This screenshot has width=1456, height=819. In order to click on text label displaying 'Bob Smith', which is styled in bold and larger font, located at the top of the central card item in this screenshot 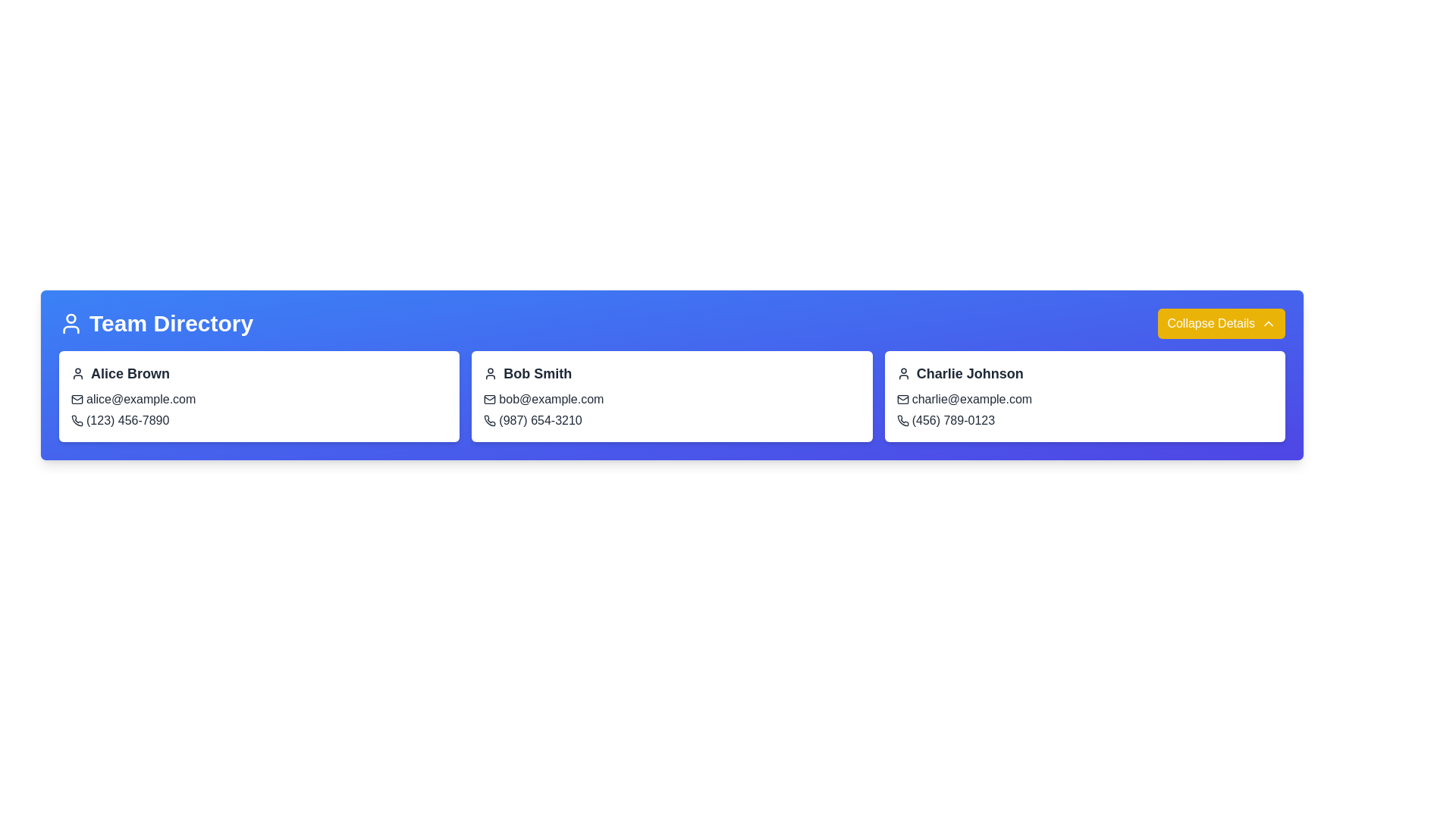, I will do `click(528, 374)`.